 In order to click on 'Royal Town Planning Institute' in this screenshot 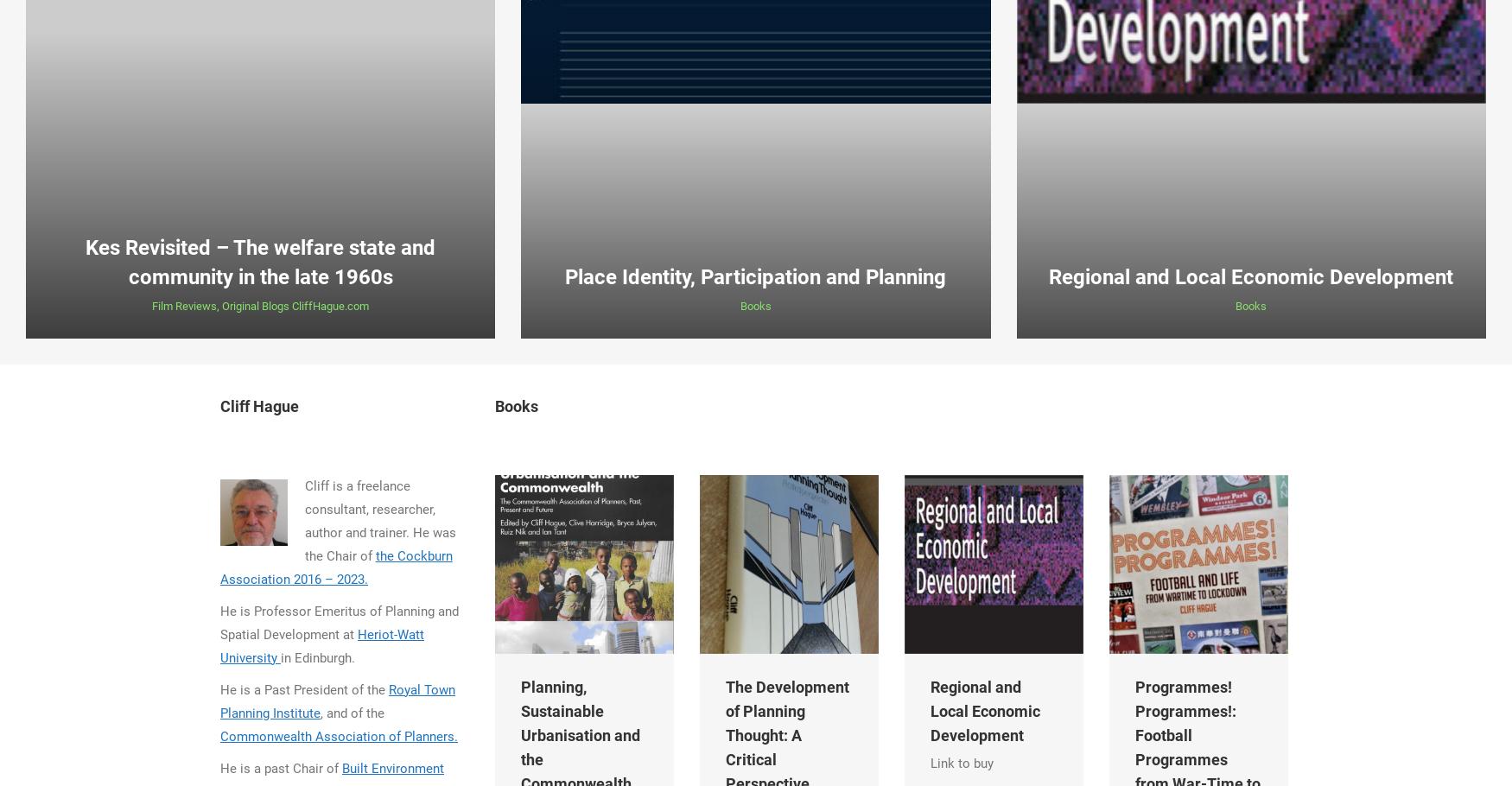, I will do `click(219, 700)`.